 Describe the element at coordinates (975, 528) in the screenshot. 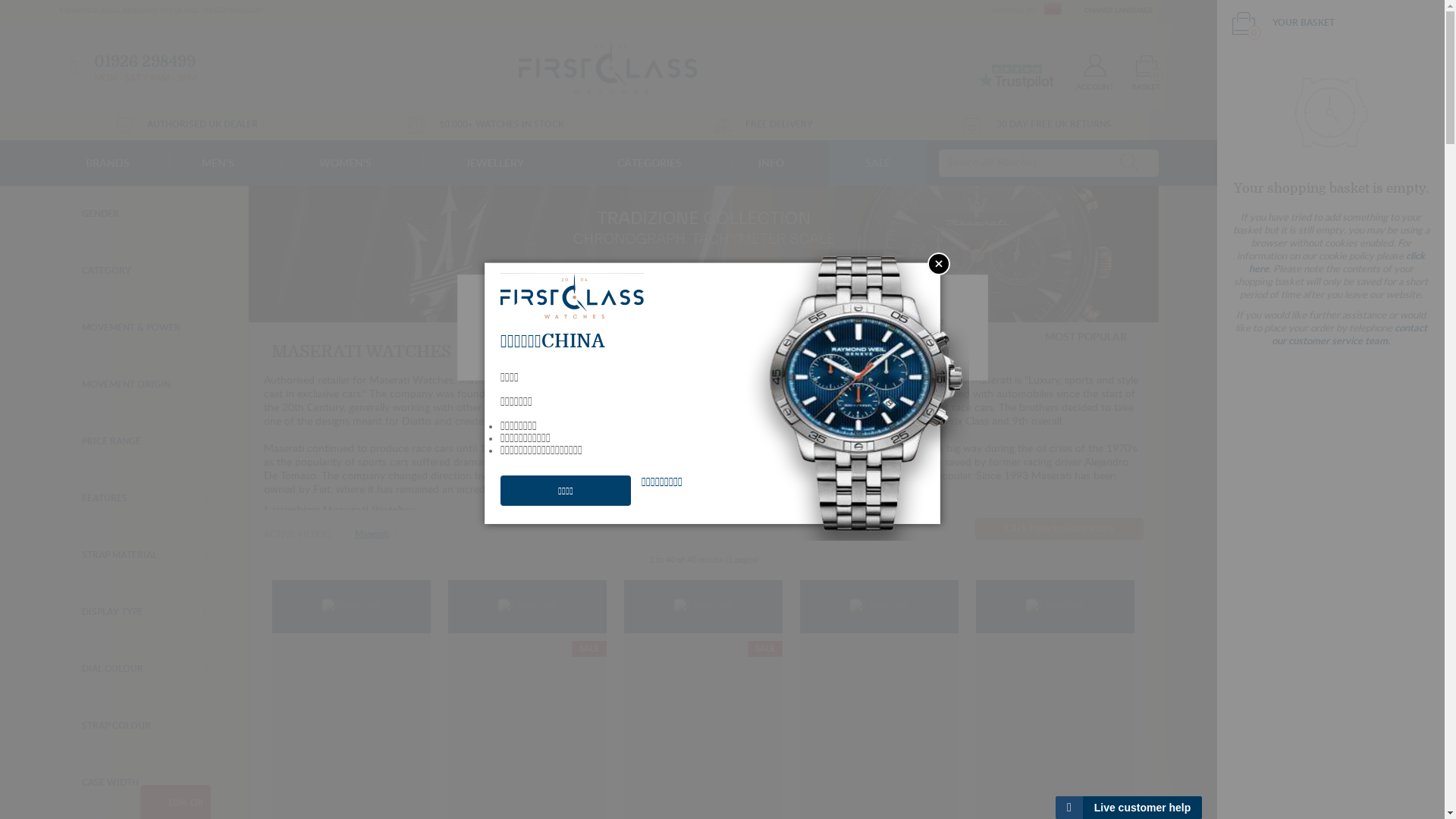

I see `'Click here to learn more'` at that location.